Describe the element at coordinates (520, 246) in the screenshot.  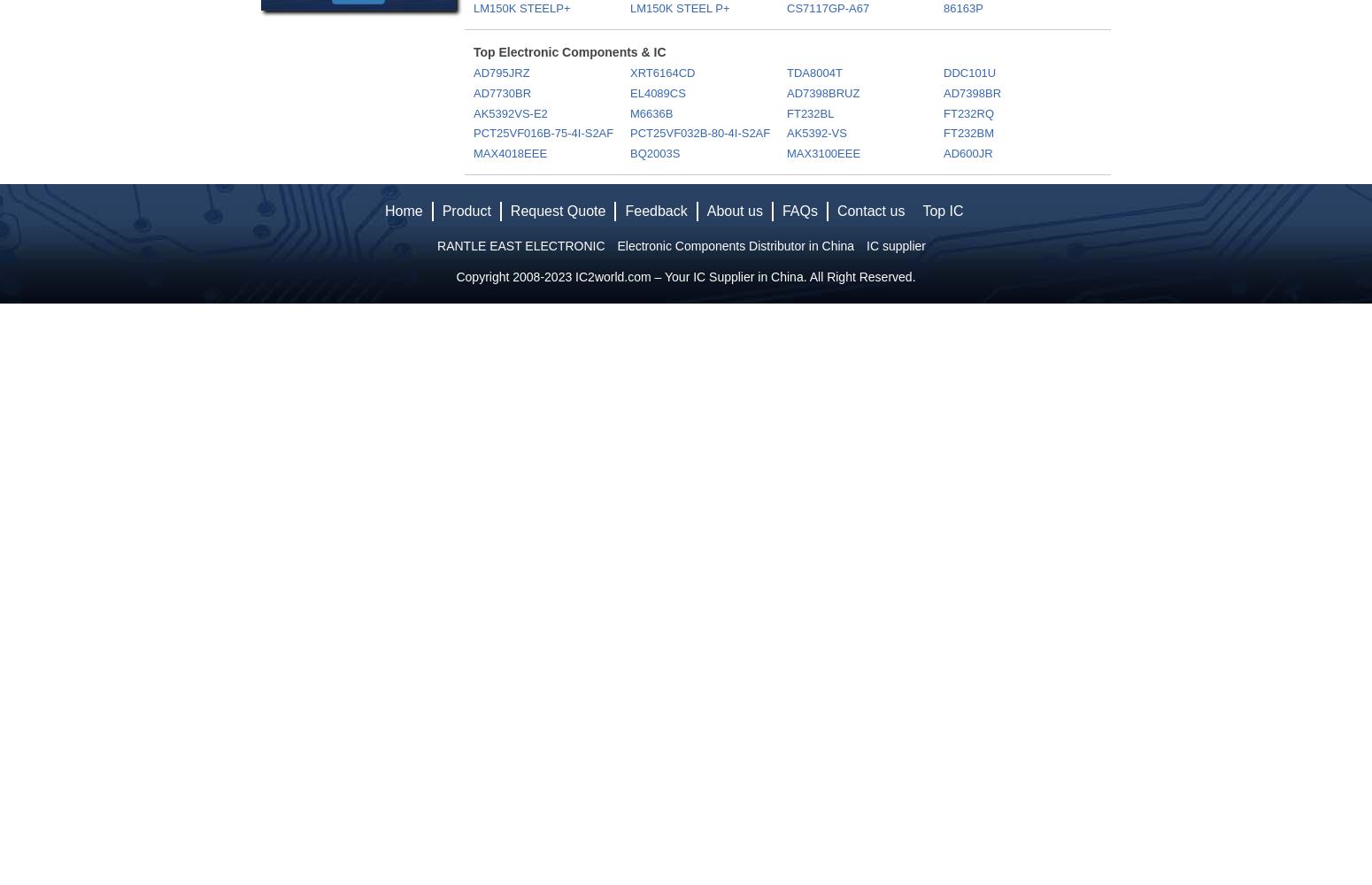
I see `'RANTLE EAST ELECTRONIC'` at that location.